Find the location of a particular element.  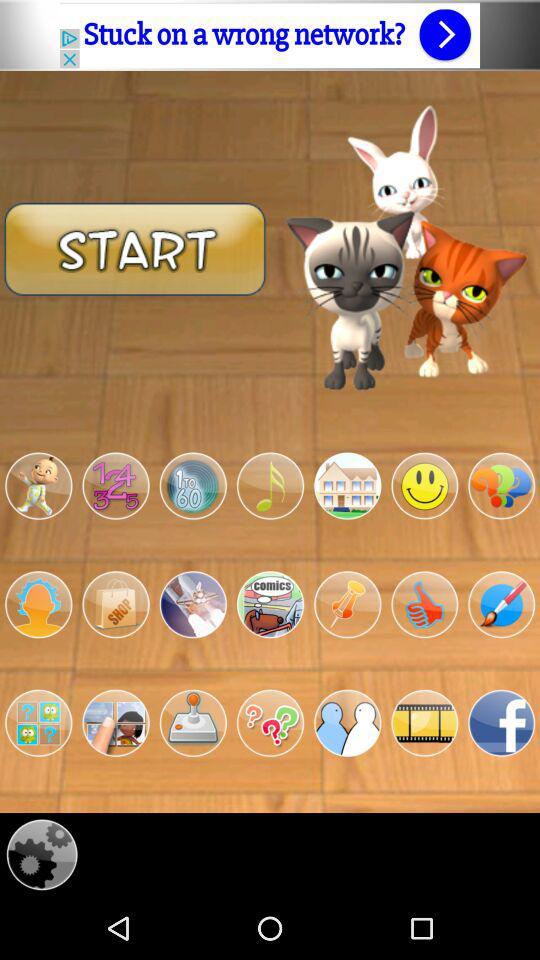

open app is located at coordinates (115, 722).